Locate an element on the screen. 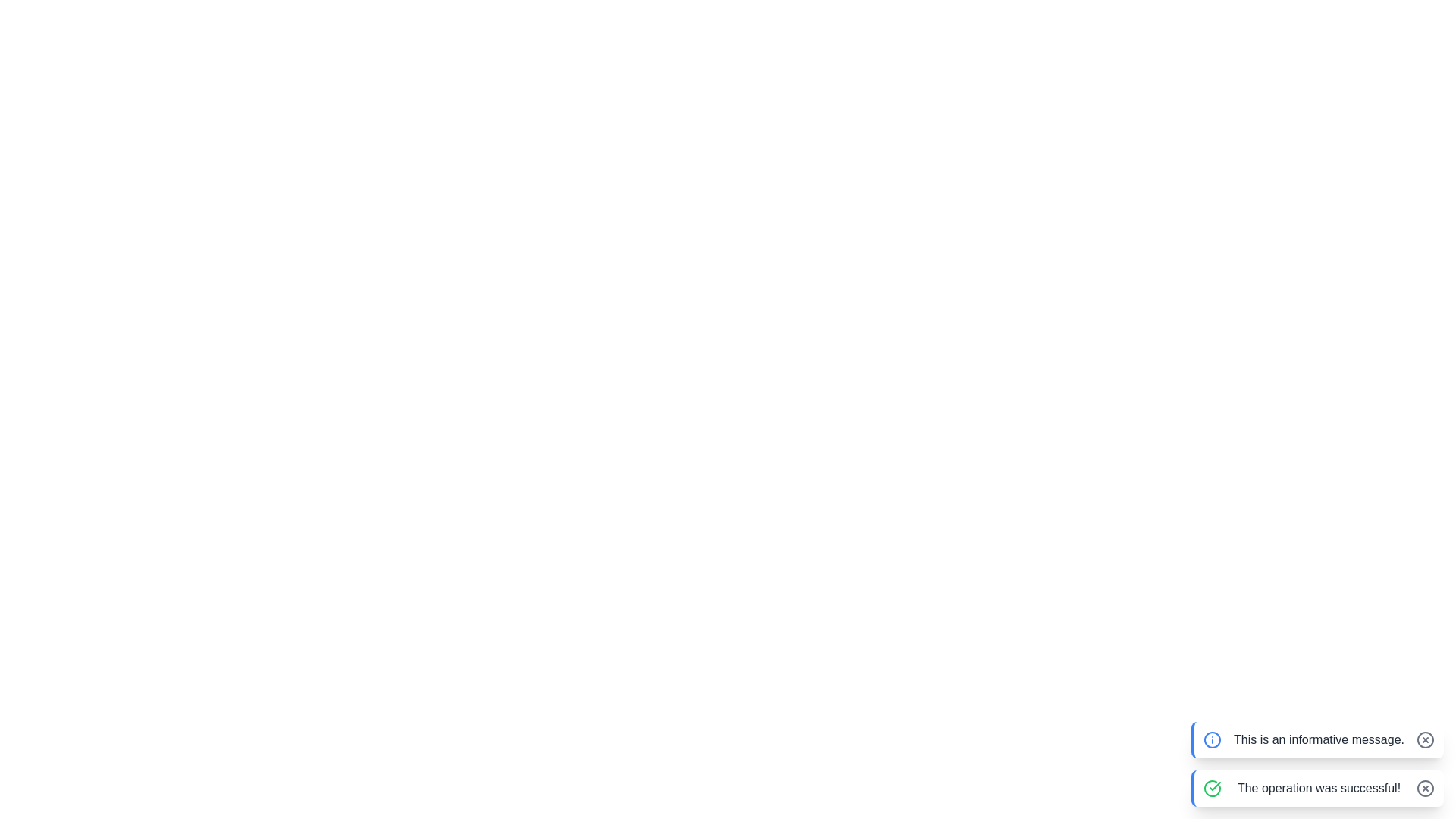 Image resolution: width=1456 pixels, height=819 pixels. the icon representing the notification type info is located at coordinates (1211, 739).